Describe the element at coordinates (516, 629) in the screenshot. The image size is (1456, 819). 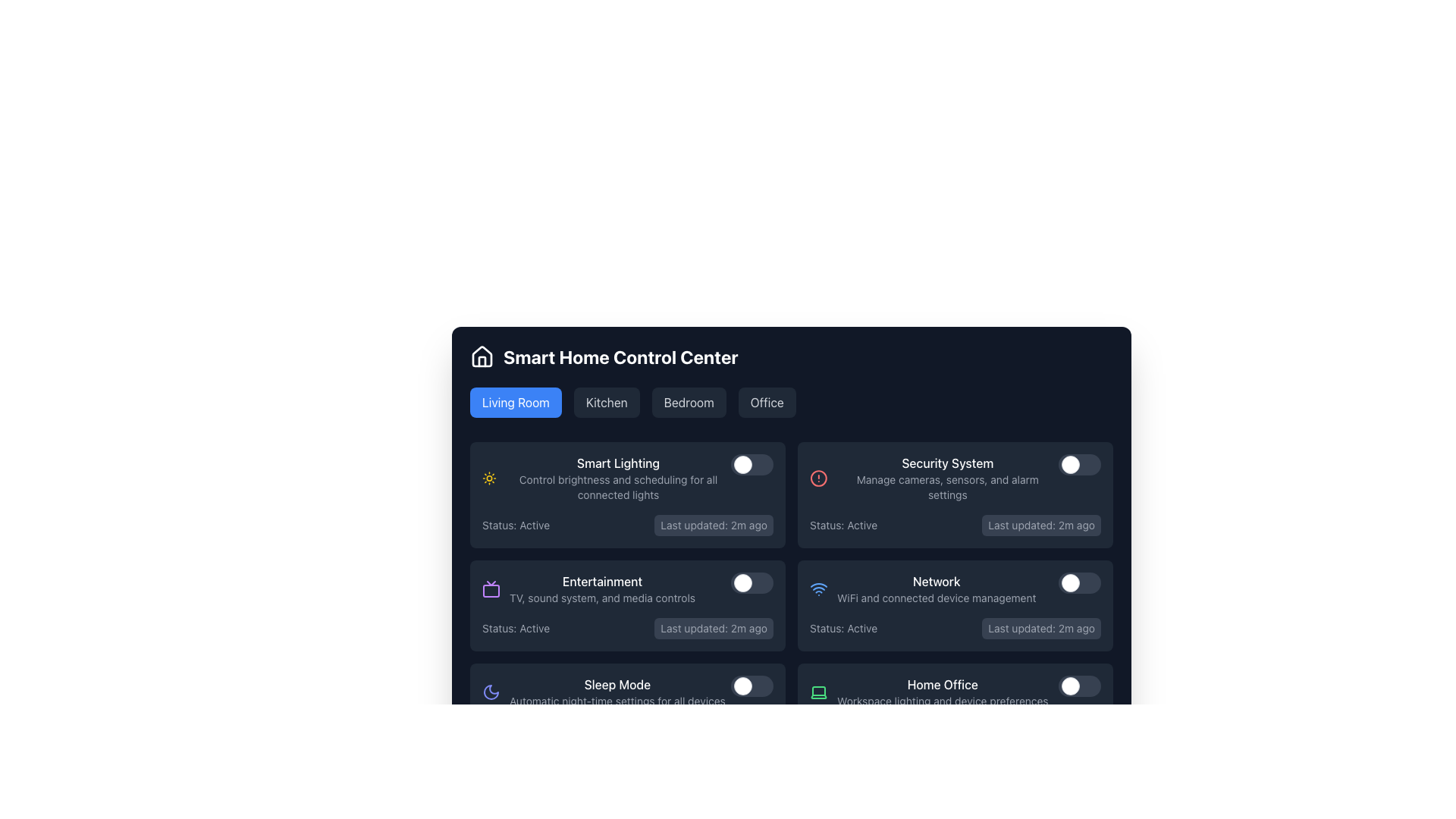
I see `the 'Status: Active' text label displayed in light gray within the 'Entertainment' card, located left of the 'Last updated: 2m ago' text` at that location.